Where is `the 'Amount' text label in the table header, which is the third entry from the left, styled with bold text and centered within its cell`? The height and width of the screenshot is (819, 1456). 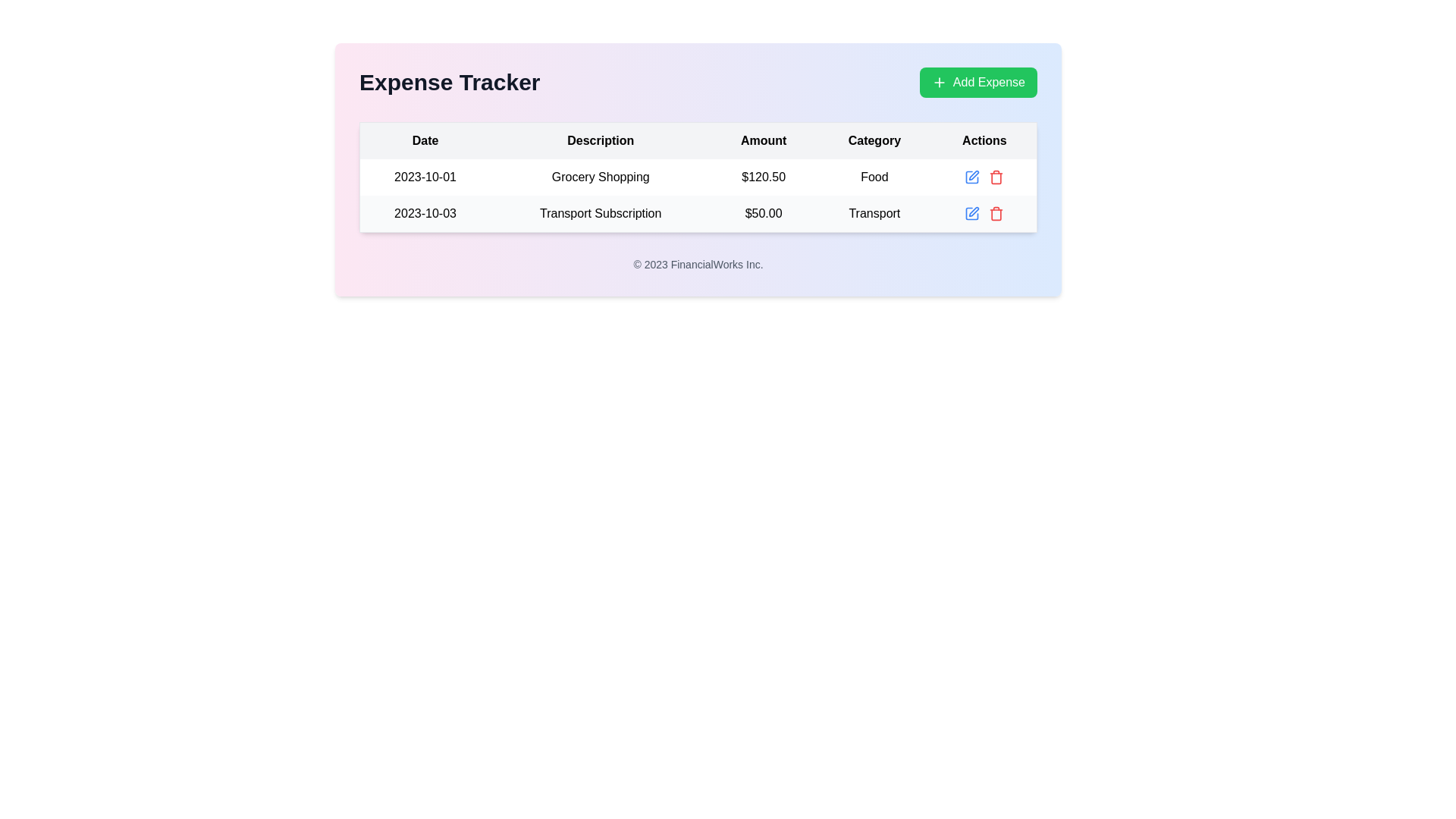
the 'Amount' text label in the table header, which is the third entry from the left, styled with bold text and centered within its cell is located at coordinates (764, 140).